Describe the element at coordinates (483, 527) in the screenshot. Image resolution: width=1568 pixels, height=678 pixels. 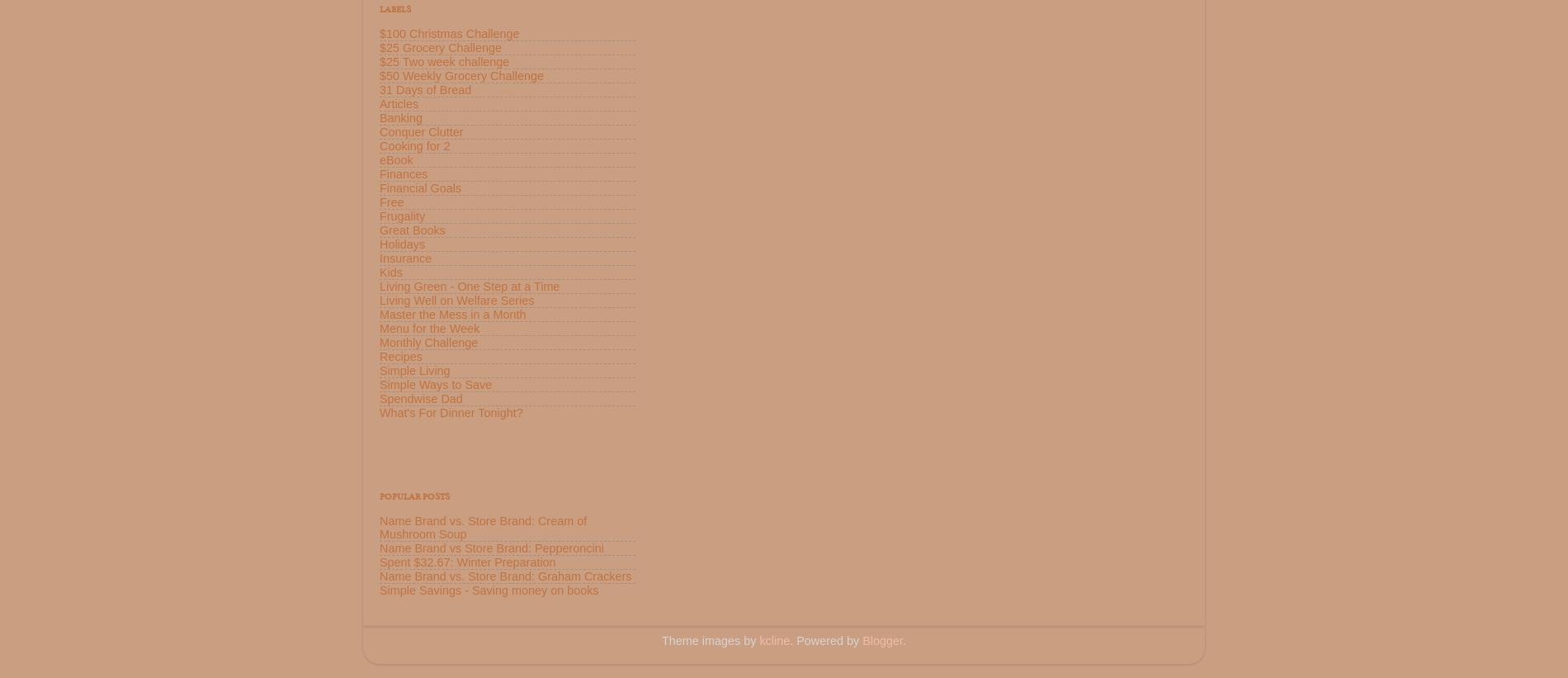
I see `'Name Brand vs. Store Brand: Cream of Mushroom Soup'` at that location.